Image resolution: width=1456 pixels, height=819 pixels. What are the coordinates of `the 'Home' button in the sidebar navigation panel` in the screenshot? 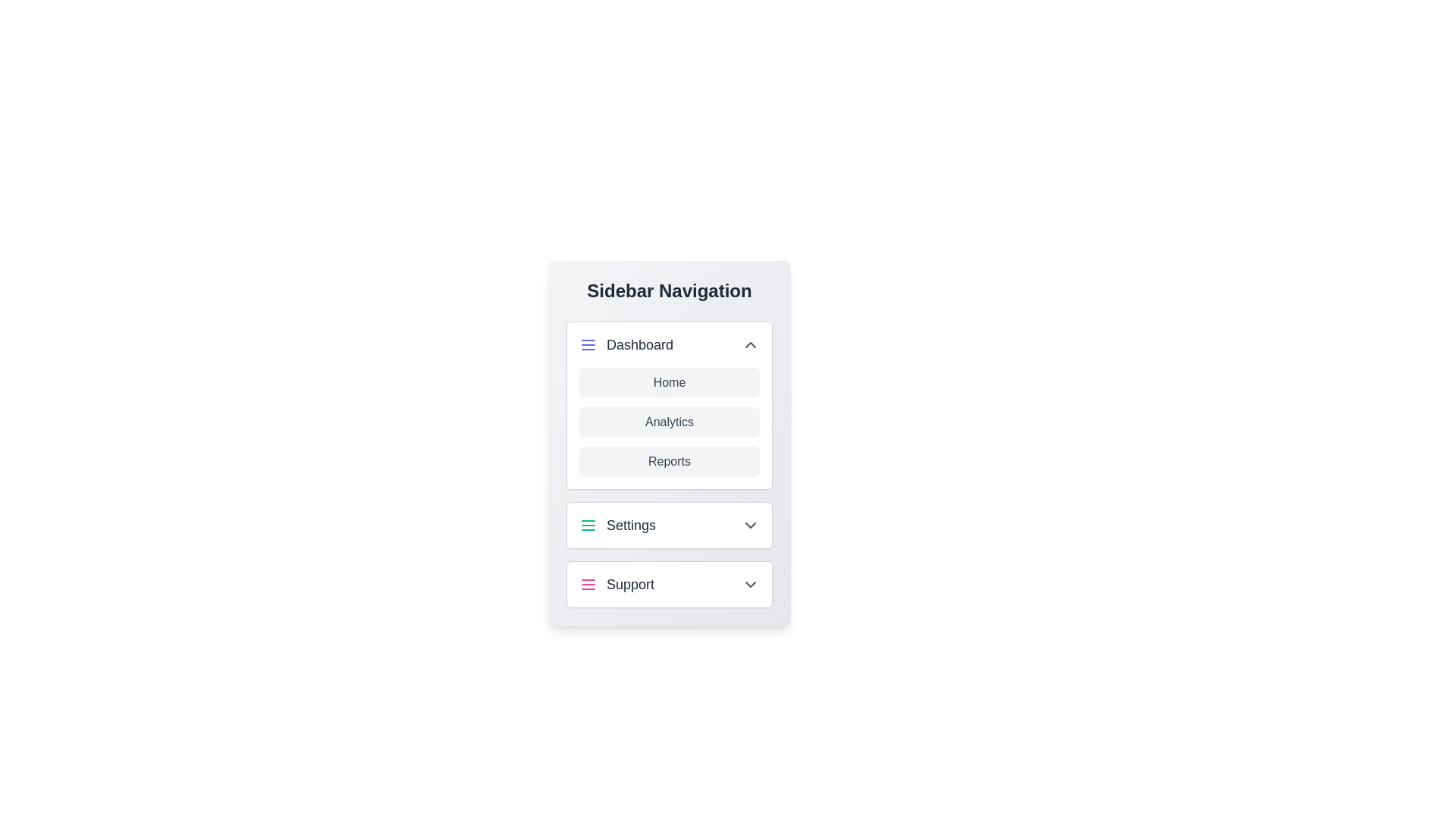 It's located at (669, 382).